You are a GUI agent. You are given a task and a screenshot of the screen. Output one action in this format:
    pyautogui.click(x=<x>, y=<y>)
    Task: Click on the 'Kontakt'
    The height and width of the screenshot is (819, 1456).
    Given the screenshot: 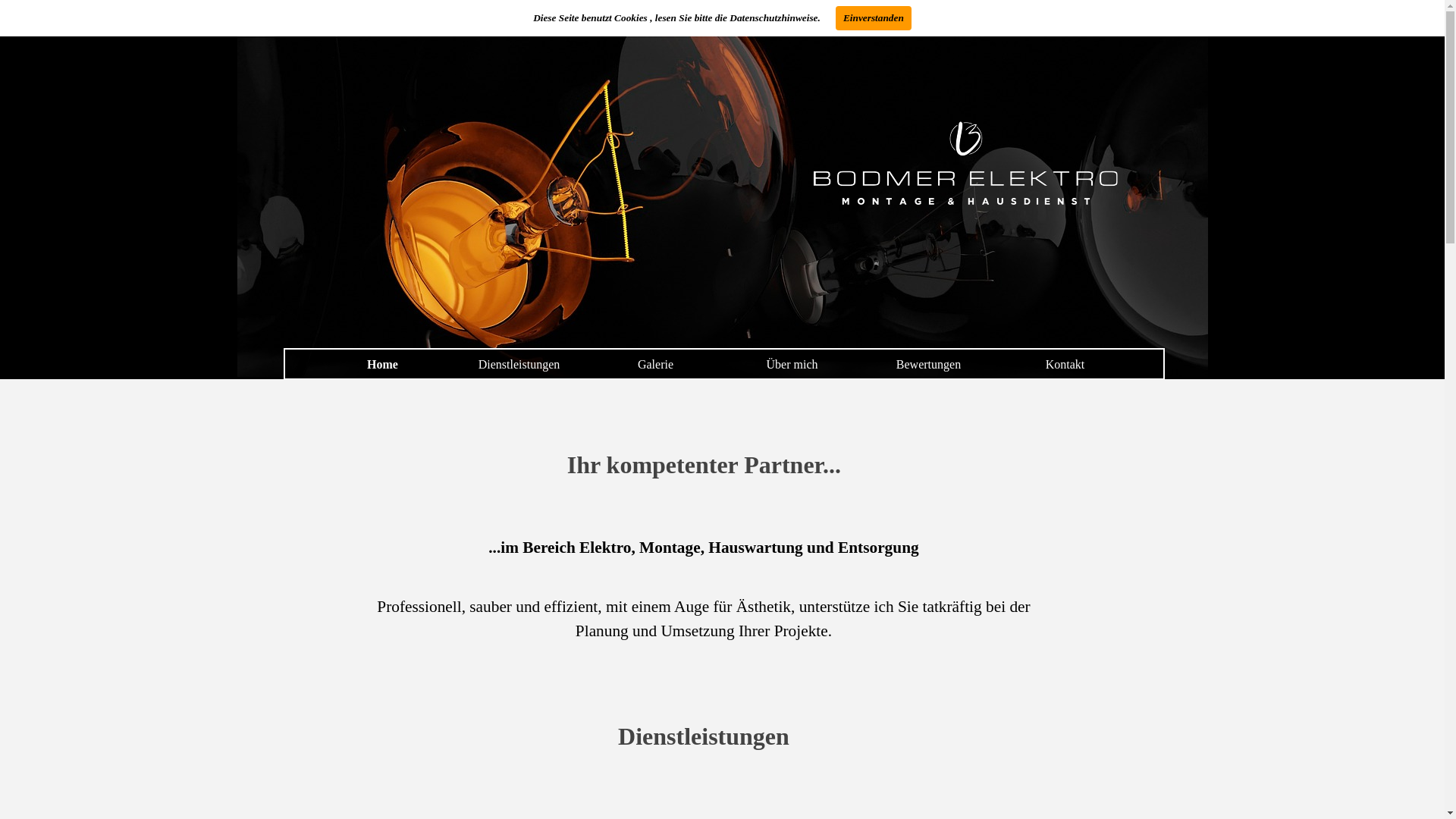 What is the action you would take?
    pyautogui.click(x=1065, y=364)
    